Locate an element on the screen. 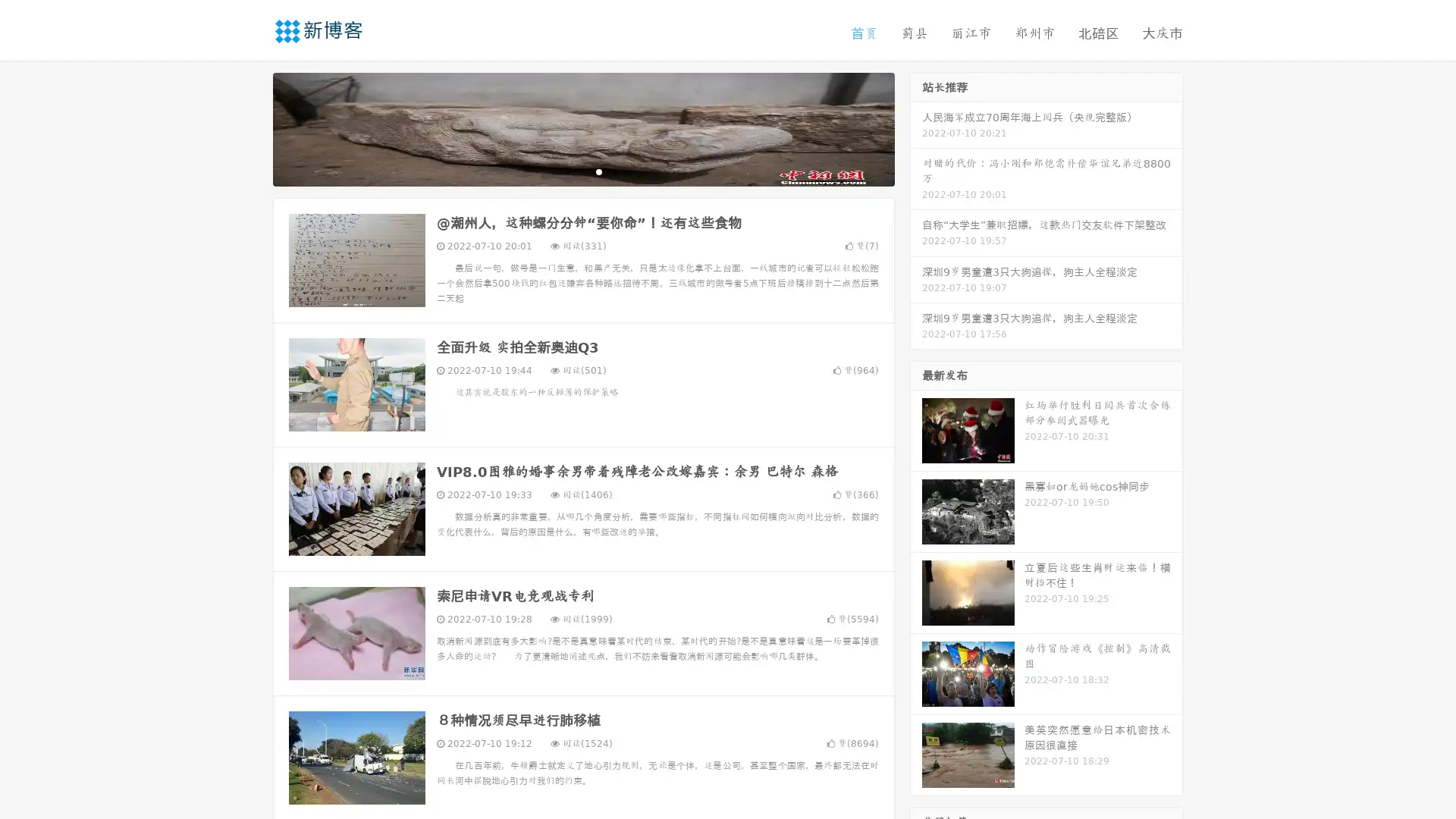 Image resolution: width=1456 pixels, height=819 pixels. Go to slide 1 is located at coordinates (567, 171).